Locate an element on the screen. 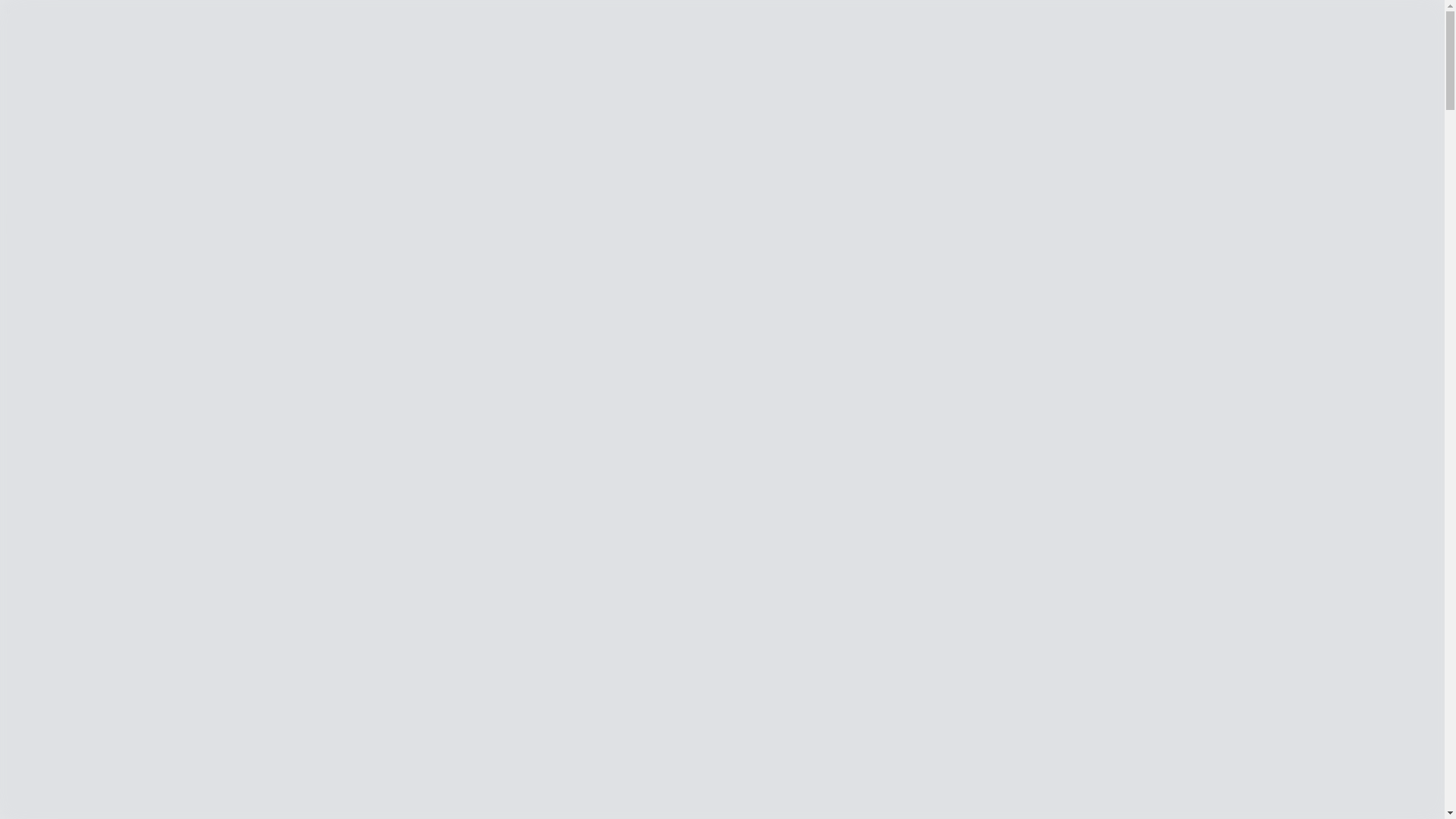 This screenshot has width=1456, height=819. 'Takeaway Menu' is located at coordinates (105, 479).